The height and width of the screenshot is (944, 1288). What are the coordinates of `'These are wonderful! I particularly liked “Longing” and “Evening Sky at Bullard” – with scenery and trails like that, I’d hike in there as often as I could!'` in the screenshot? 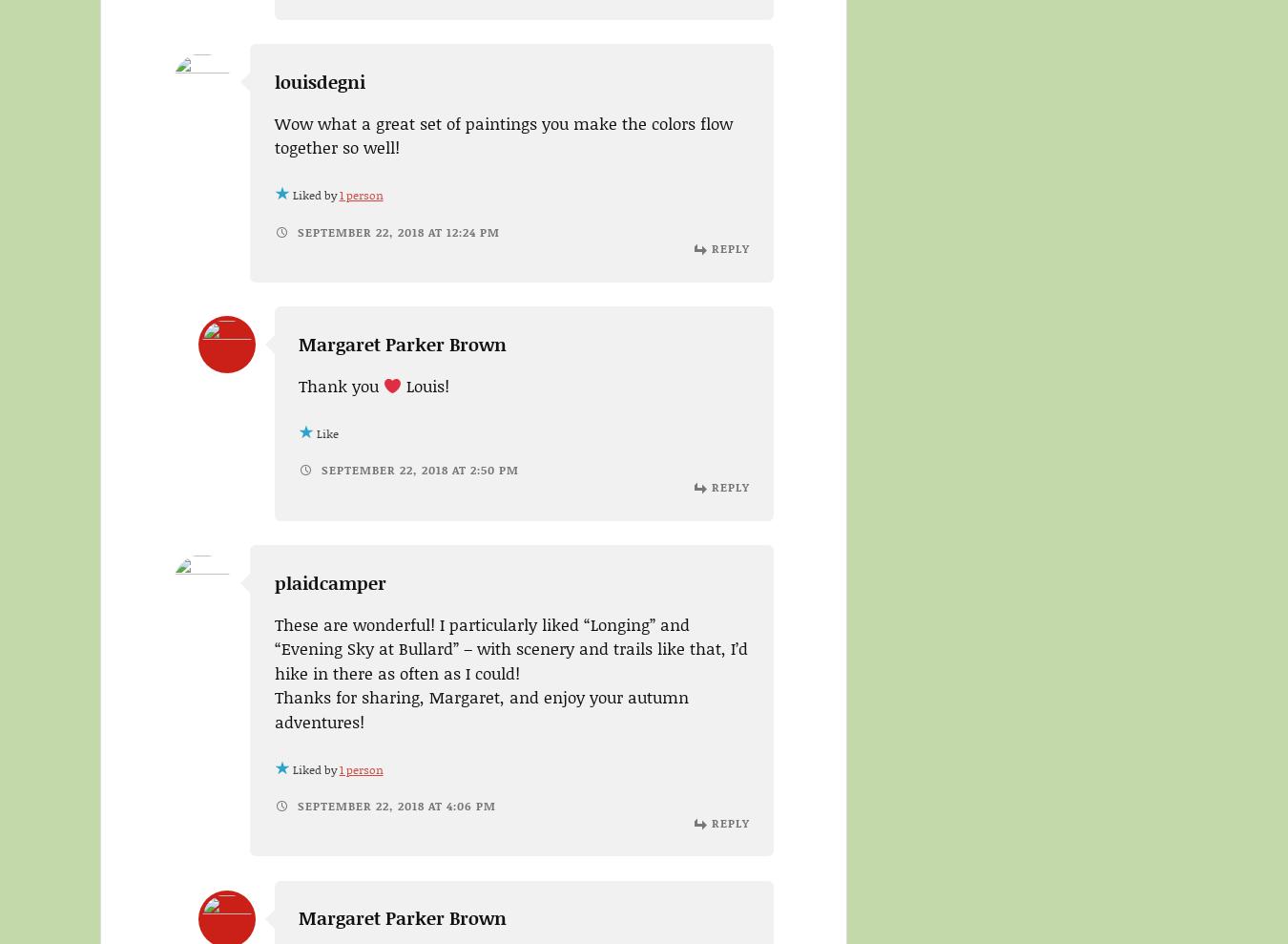 It's located at (509, 646).